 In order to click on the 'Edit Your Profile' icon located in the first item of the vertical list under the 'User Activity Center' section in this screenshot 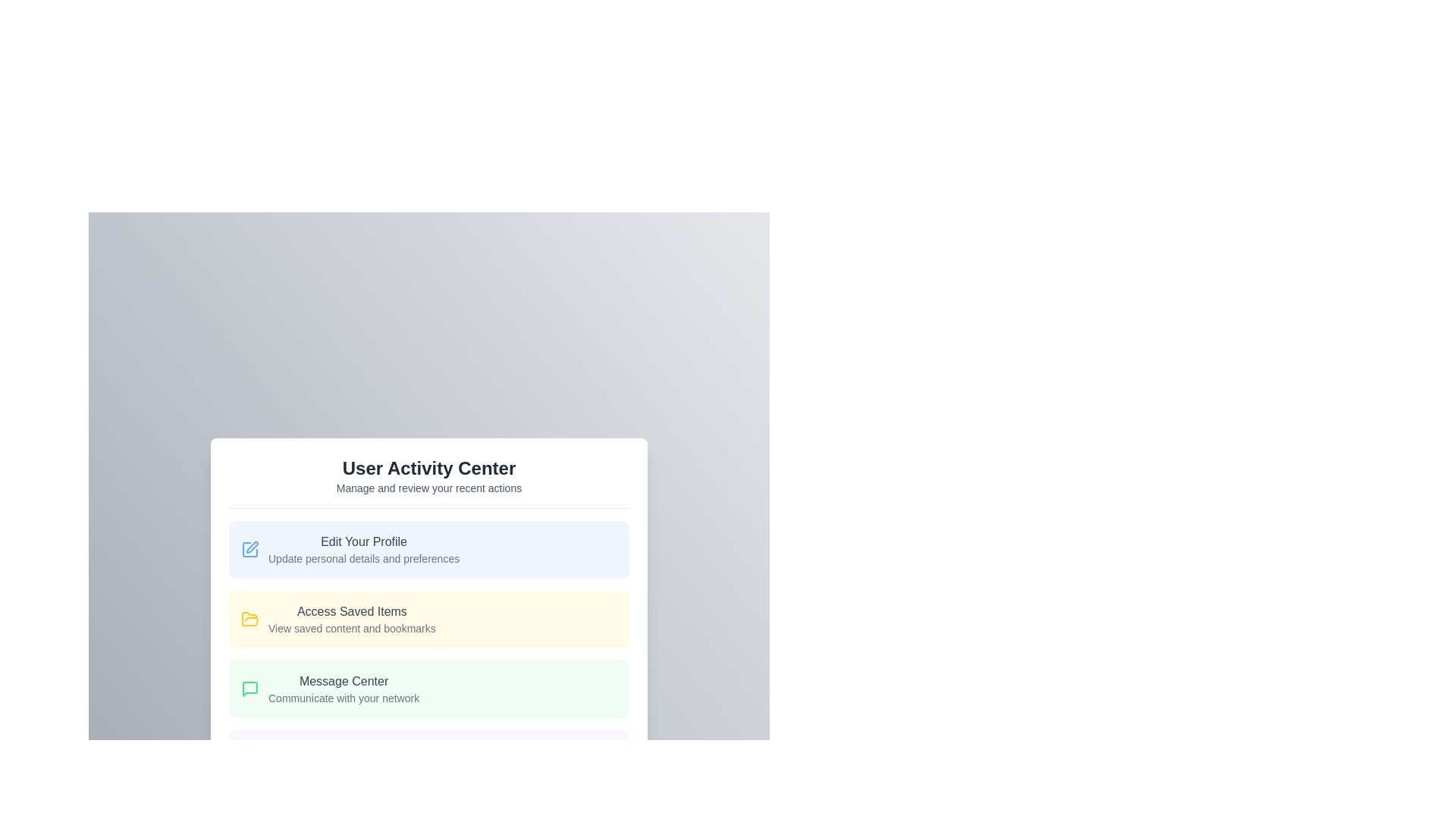, I will do `click(250, 549)`.